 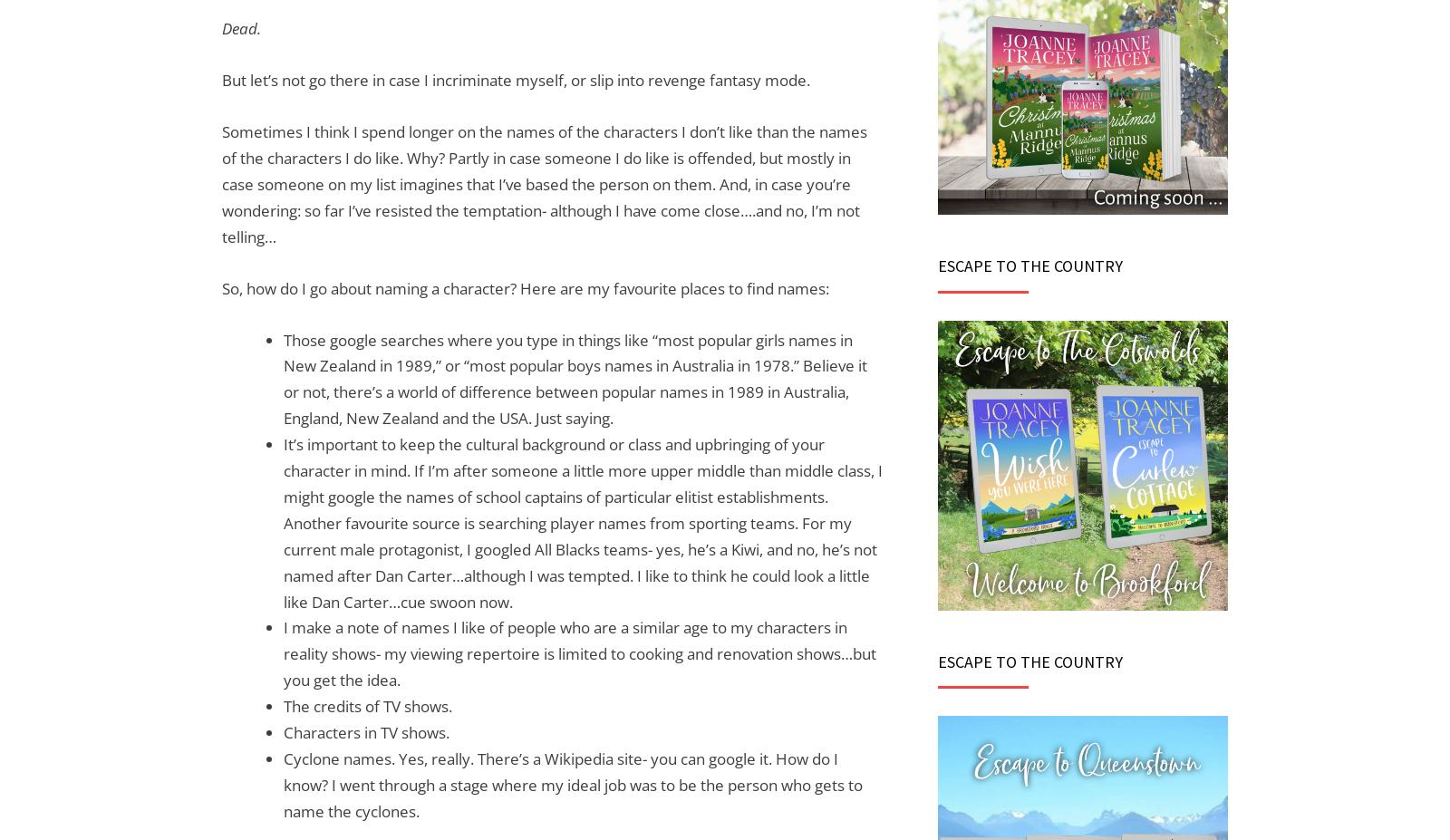 I want to click on 'Sometimes I think I spend longer on the names of the characters I don’t like than the names of the characters I do like. Why? Partly in case someone I do like is offended, but mostly in case someone on my list imagines that I’ve based the person on them. And, in case you’re wondering: so far I’ve resisted the temptation- although I have come close….and no, I’m not telling…', so click(x=543, y=184).